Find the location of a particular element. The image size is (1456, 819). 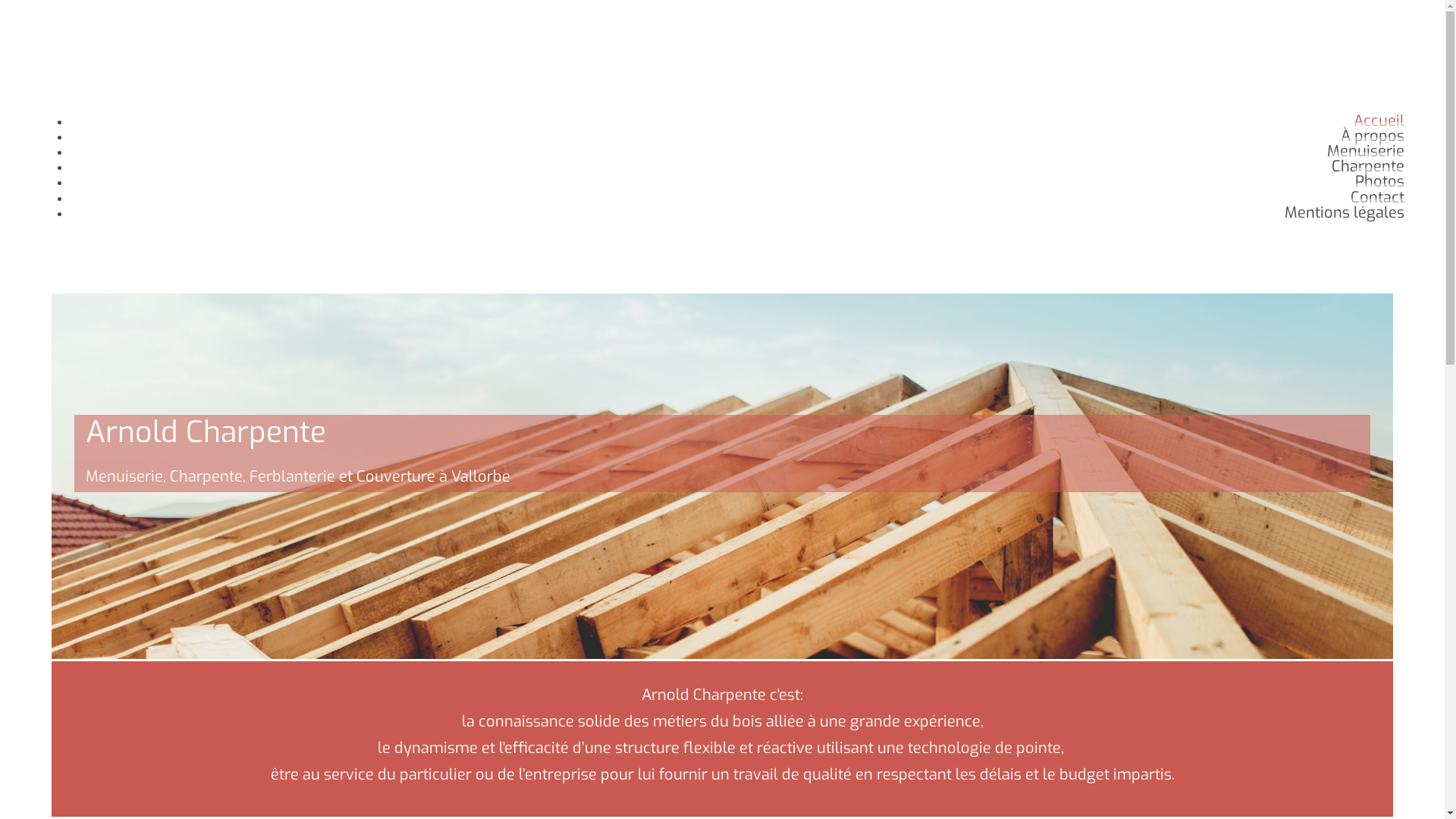

'Menuiserie' is located at coordinates (1365, 151).